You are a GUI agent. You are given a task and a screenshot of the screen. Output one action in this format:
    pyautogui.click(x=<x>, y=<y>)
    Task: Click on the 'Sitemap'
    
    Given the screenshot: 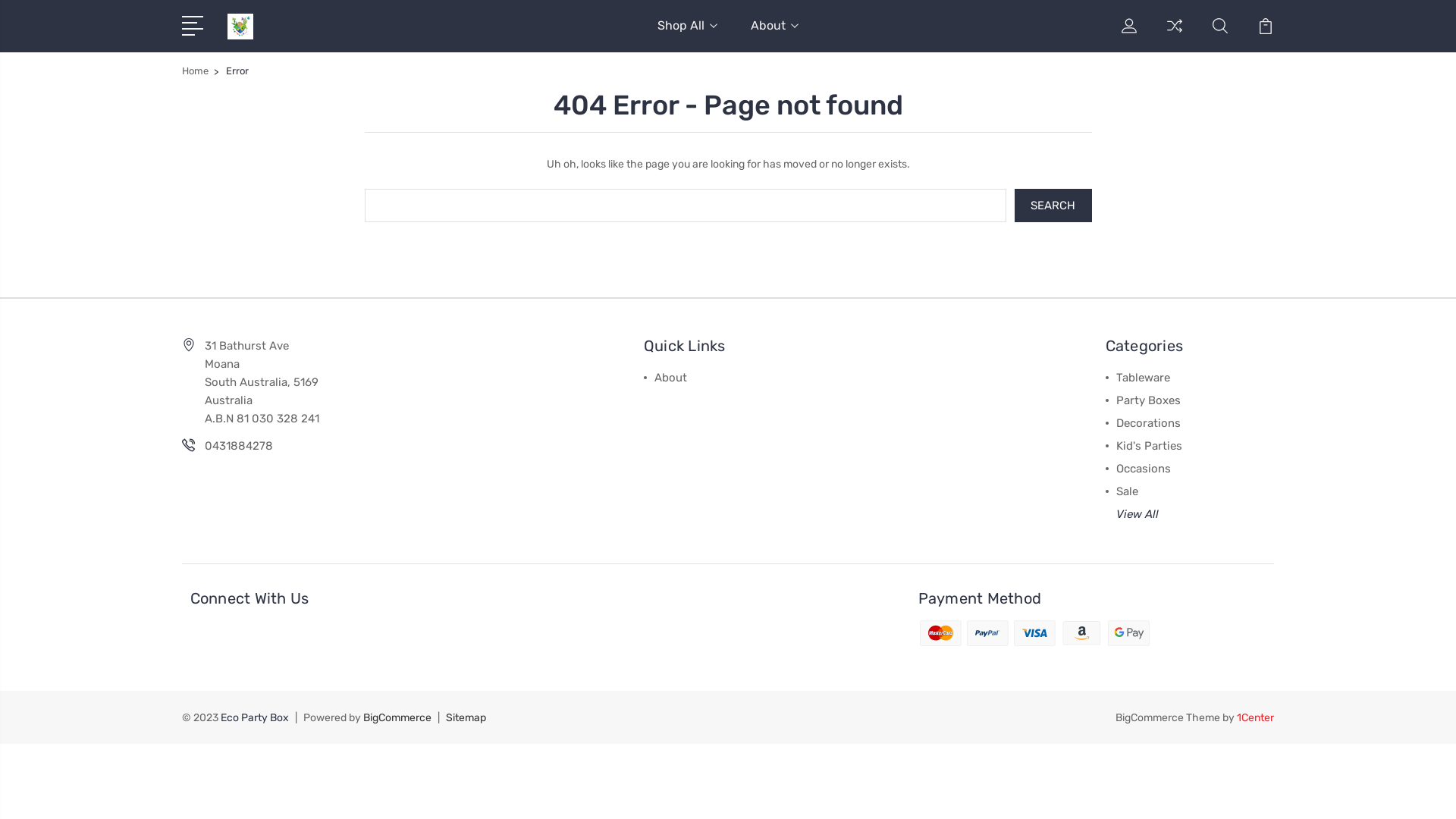 What is the action you would take?
    pyautogui.click(x=445, y=717)
    